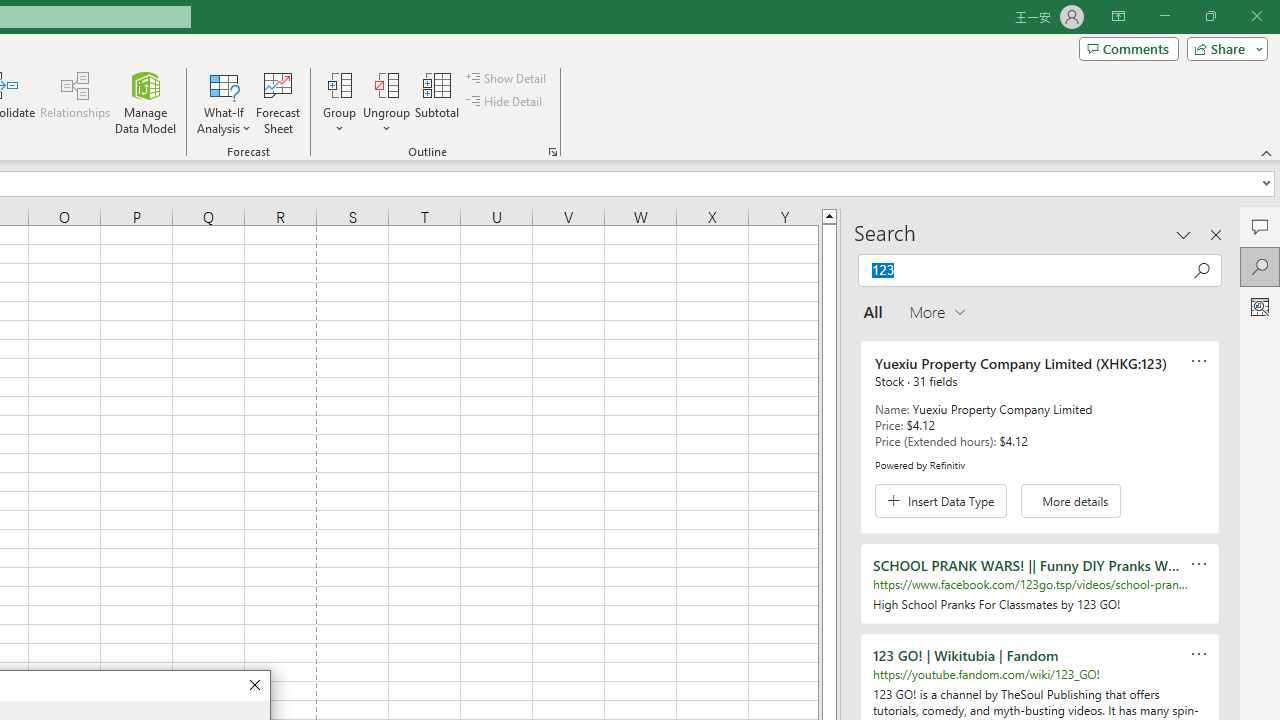 The height and width of the screenshot is (720, 1280). Describe the element at coordinates (507, 77) in the screenshot. I see `'Show Detail'` at that location.